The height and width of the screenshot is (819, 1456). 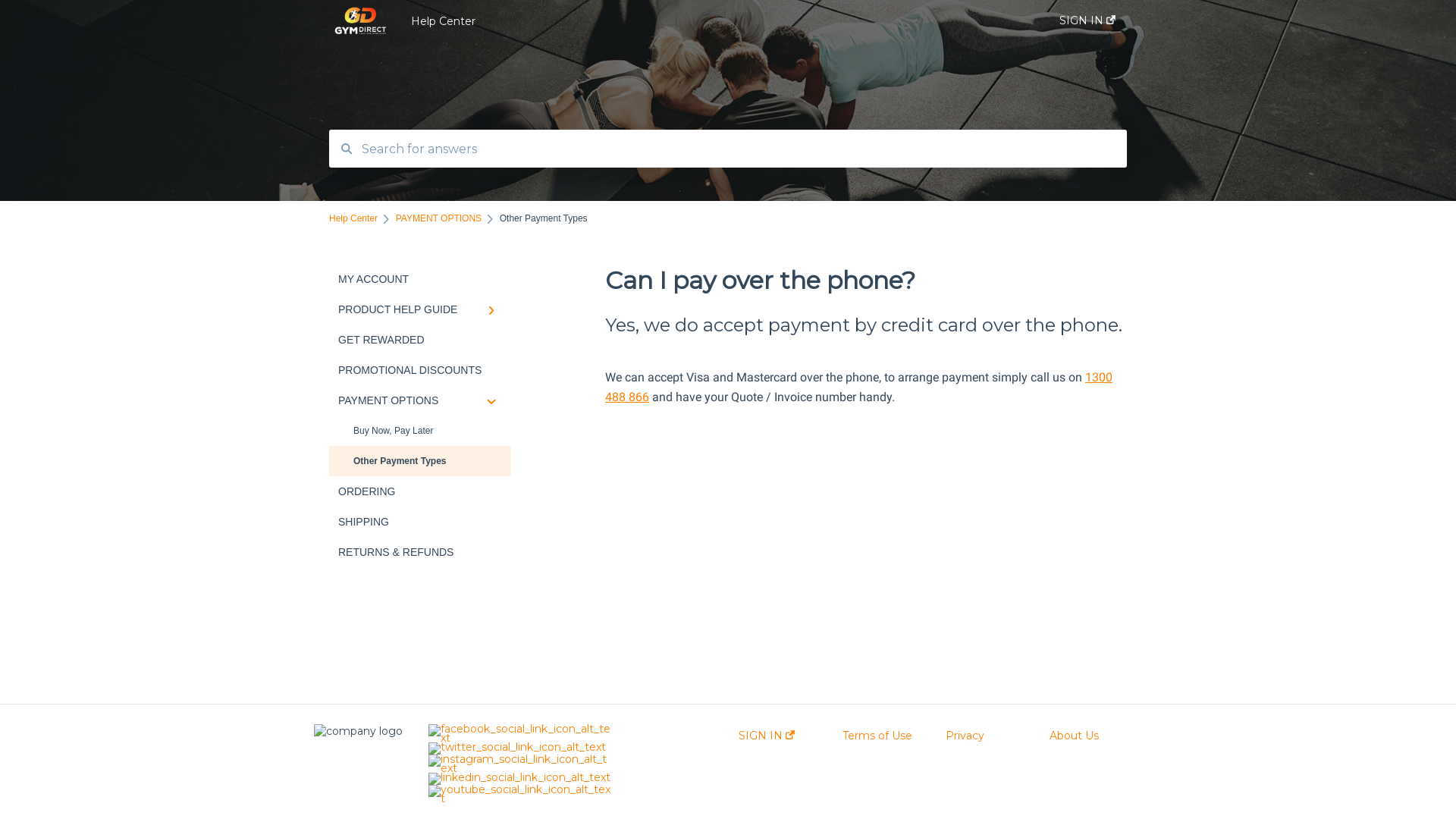 What do you see at coordinates (419, 491) in the screenshot?
I see `'ORDERING'` at bounding box center [419, 491].